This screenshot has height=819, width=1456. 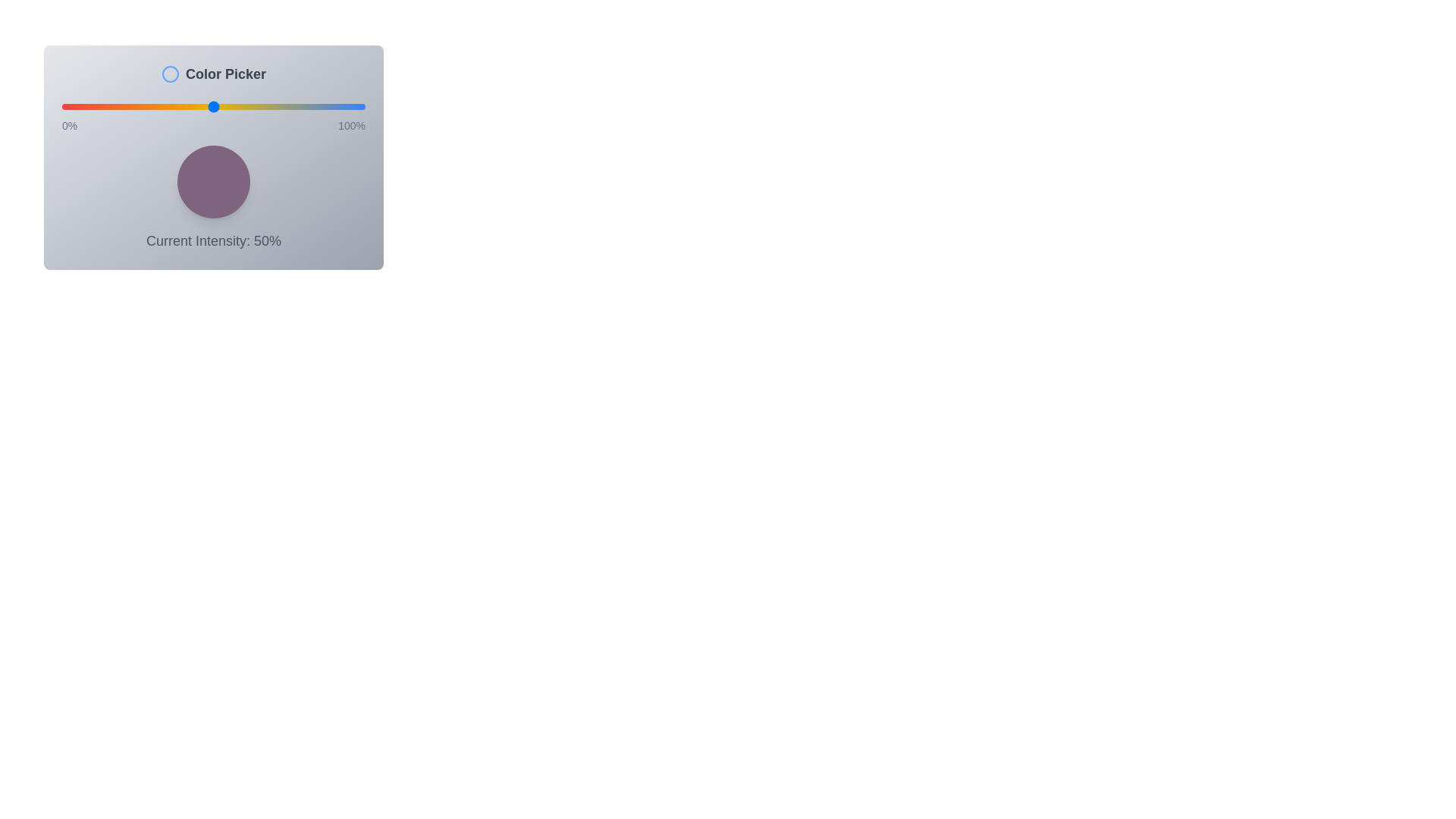 What do you see at coordinates (91, 106) in the screenshot?
I see `the intensity slider to 10%` at bounding box center [91, 106].